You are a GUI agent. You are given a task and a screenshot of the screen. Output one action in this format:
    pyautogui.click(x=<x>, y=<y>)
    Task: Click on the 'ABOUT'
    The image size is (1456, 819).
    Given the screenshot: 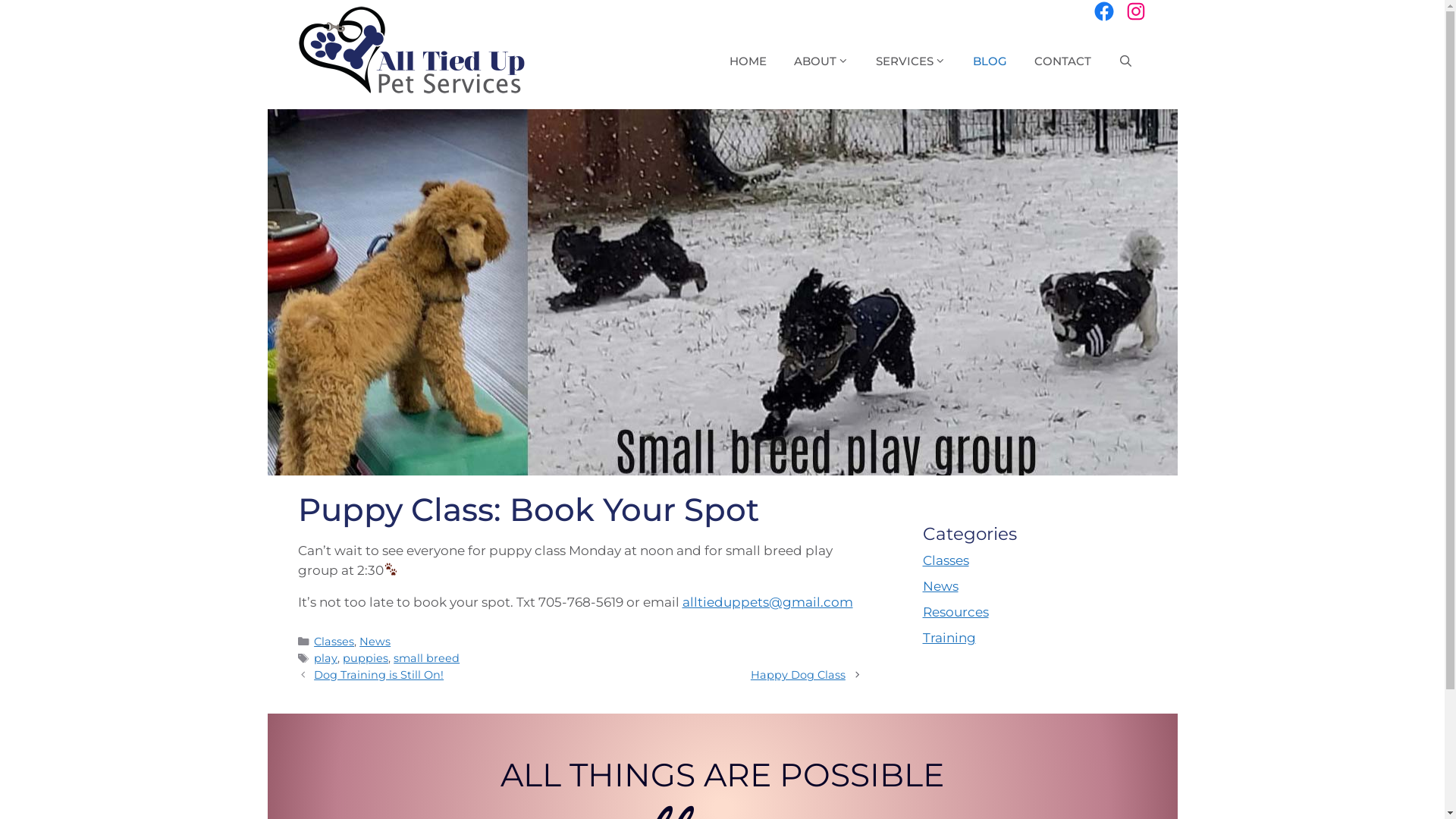 What is the action you would take?
    pyautogui.click(x=821, y=61)
    